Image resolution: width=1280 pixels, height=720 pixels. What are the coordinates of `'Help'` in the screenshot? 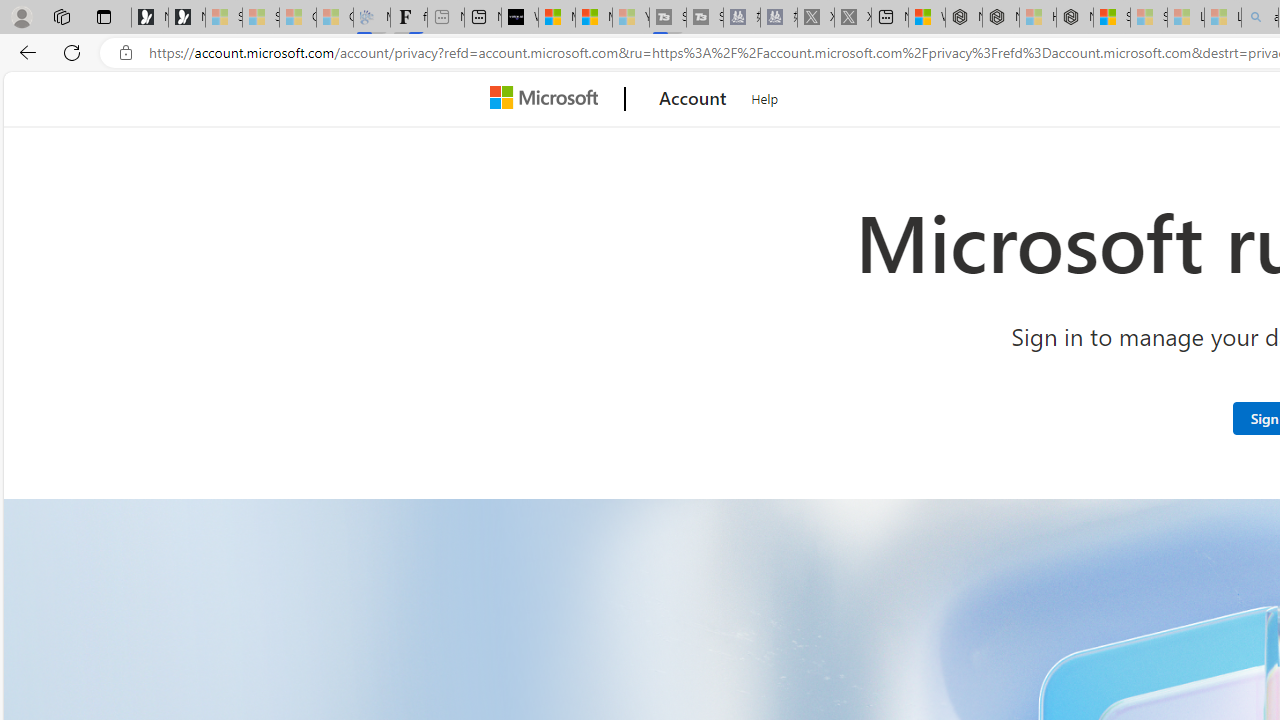 It's located at (764, 96).